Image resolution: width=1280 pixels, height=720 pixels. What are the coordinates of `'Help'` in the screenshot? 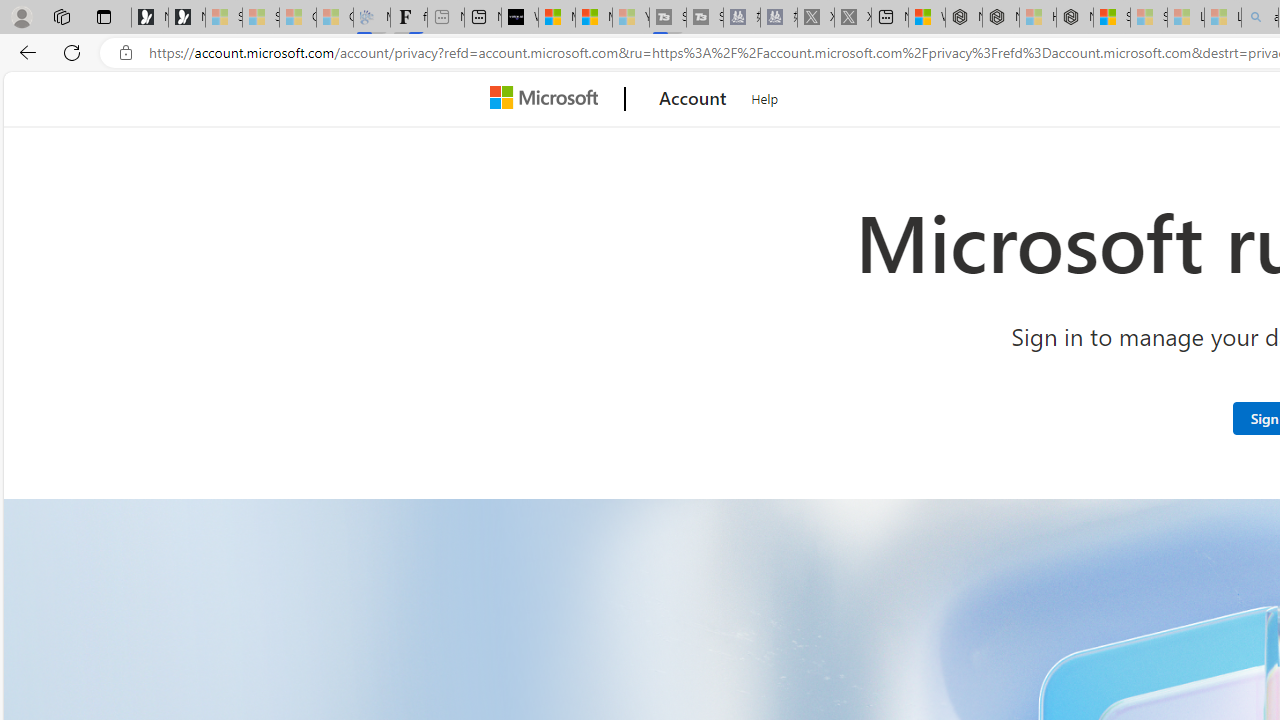 It's located at (764, 96).